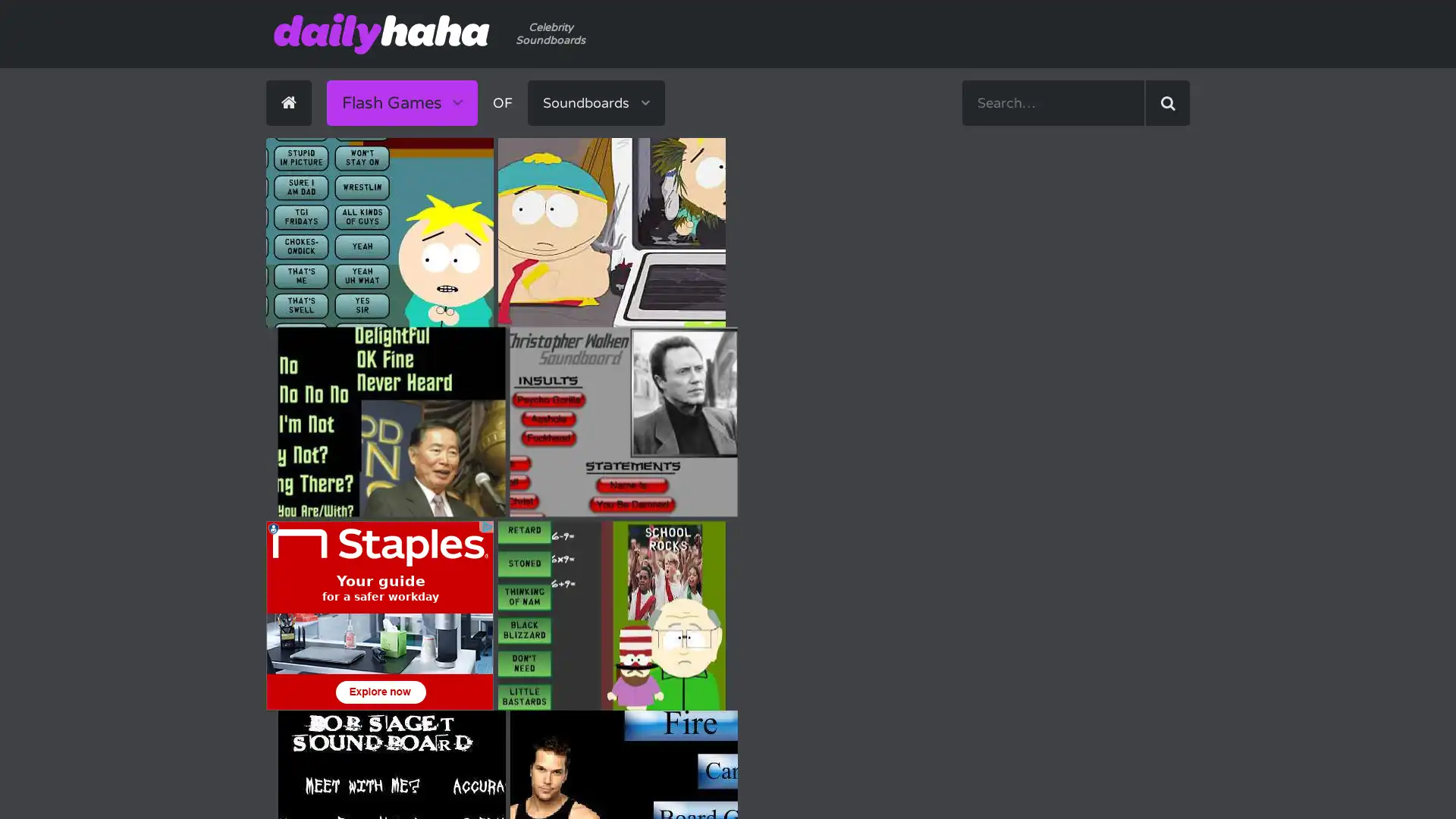 The height and width of the screenshot is (819, 1456). I want to click on Submit, so click(821, 123).